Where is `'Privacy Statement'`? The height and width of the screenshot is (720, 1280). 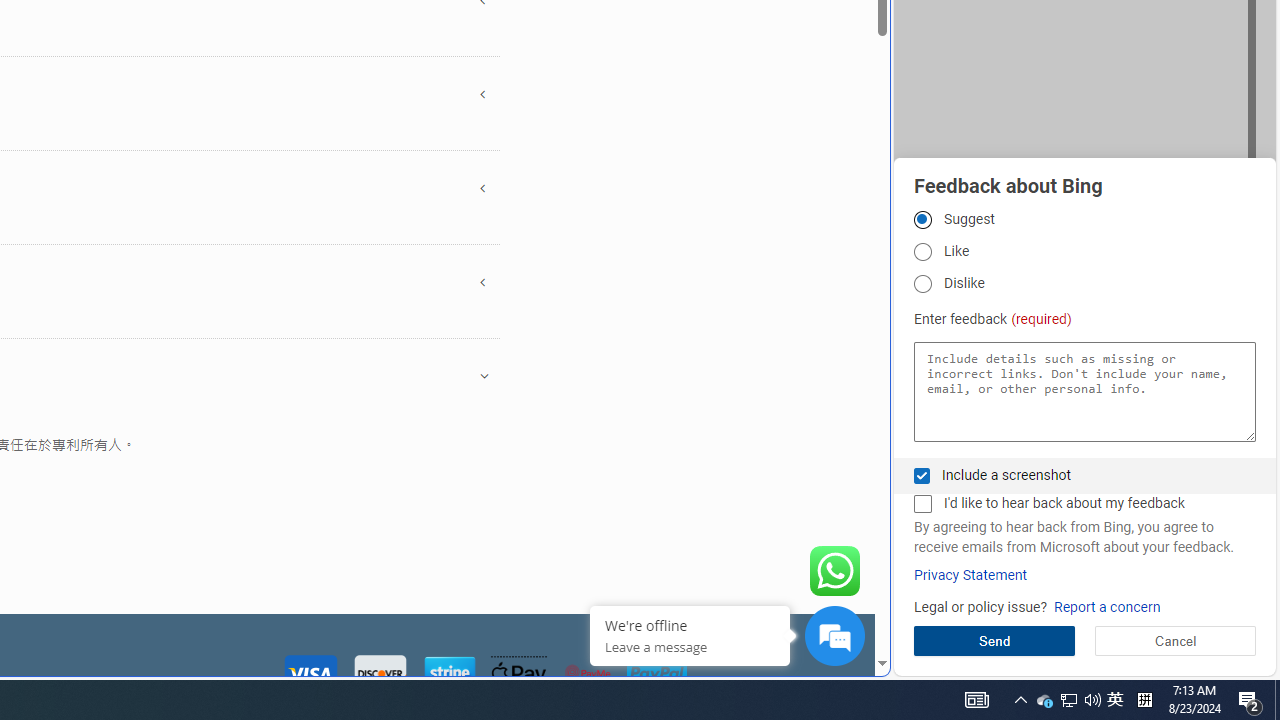 'Privacy Statement' is located at coordinates (970, 575).